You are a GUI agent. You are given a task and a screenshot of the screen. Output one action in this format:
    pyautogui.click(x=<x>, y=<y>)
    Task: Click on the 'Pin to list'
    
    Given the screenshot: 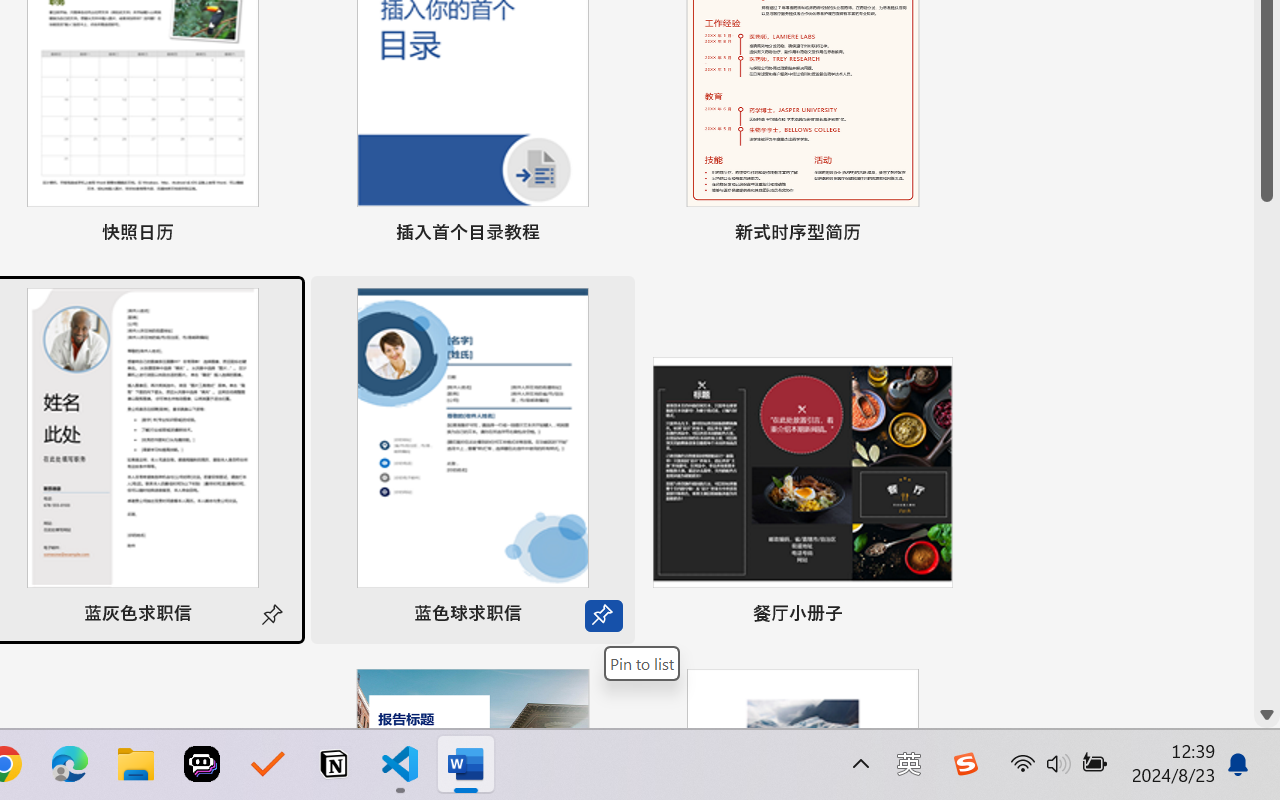 What is the action you would take?
    pyautogui.click(x=641, y=662)
    